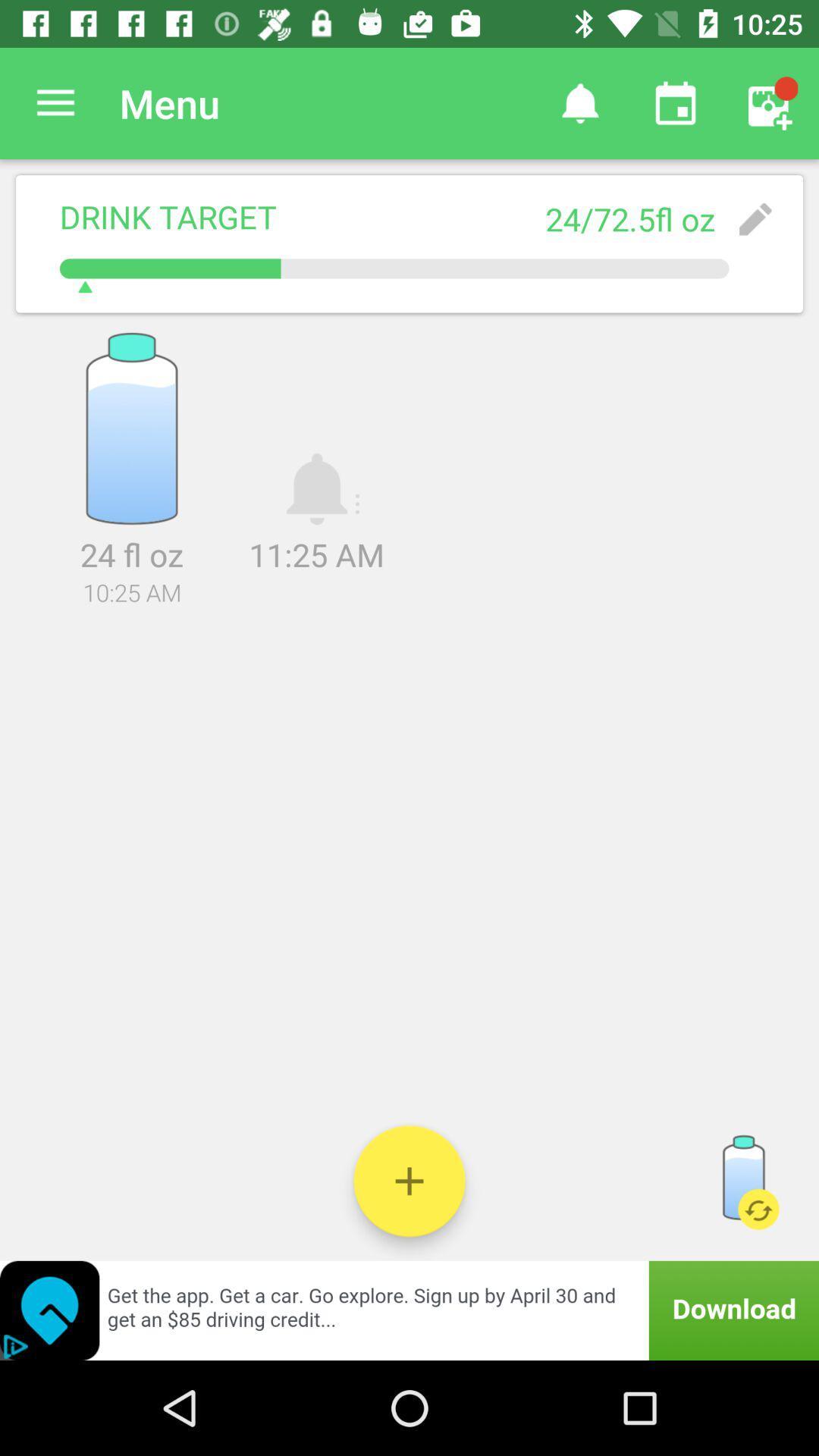 This screenshot has width=819, height=1456. Describe the element at coordinates (579, 102) in the screenshot. I see `the item to the right of menu icon` at that location.